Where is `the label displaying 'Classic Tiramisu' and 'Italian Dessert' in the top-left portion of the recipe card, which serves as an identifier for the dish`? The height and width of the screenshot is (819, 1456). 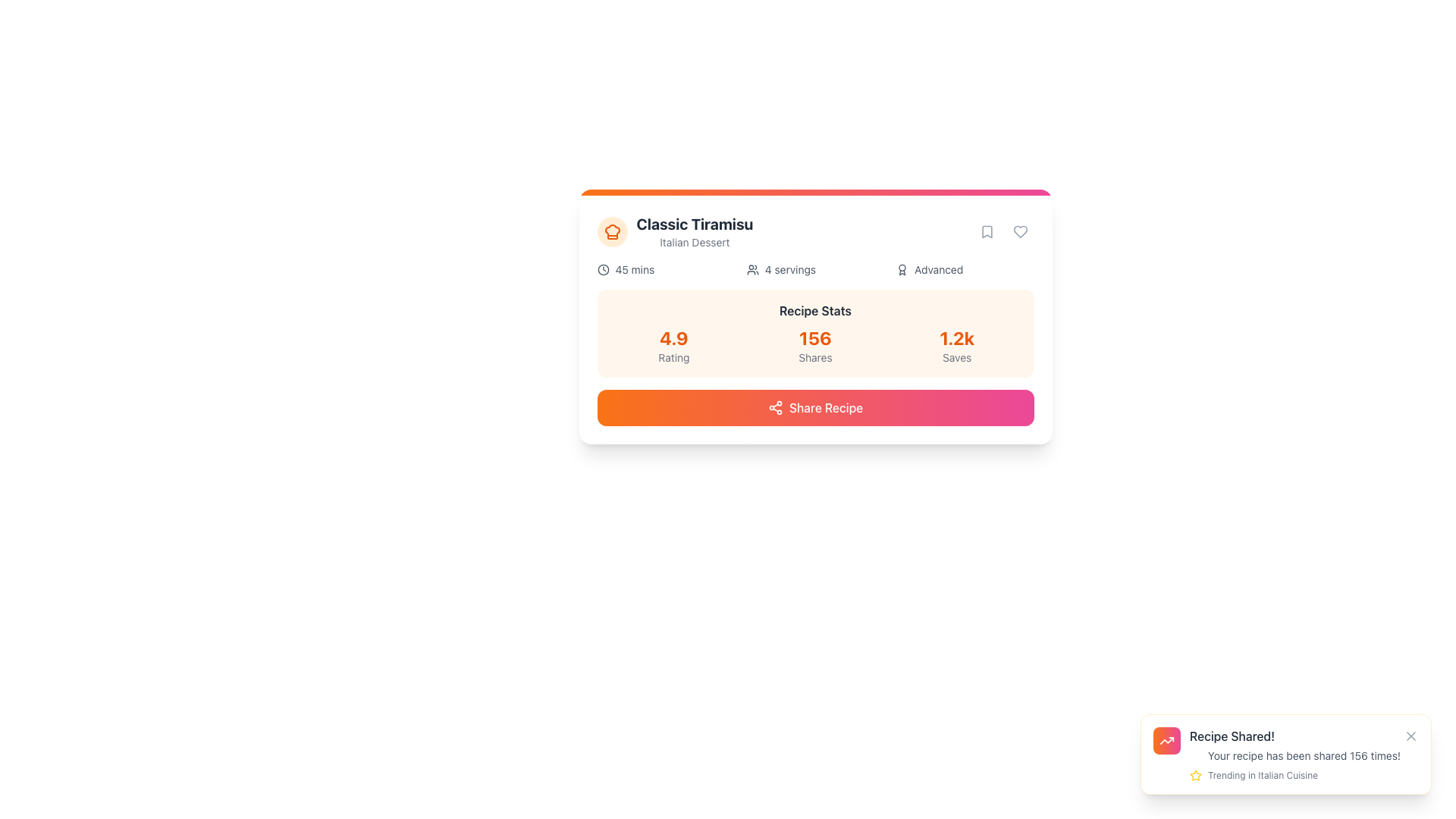
the label displaying 'Classic Tiramisu' and 'Italian Dessert' in the top-left portion of the recipe card, which serves as an identifier for the dish is located at coordinates (674, 231).